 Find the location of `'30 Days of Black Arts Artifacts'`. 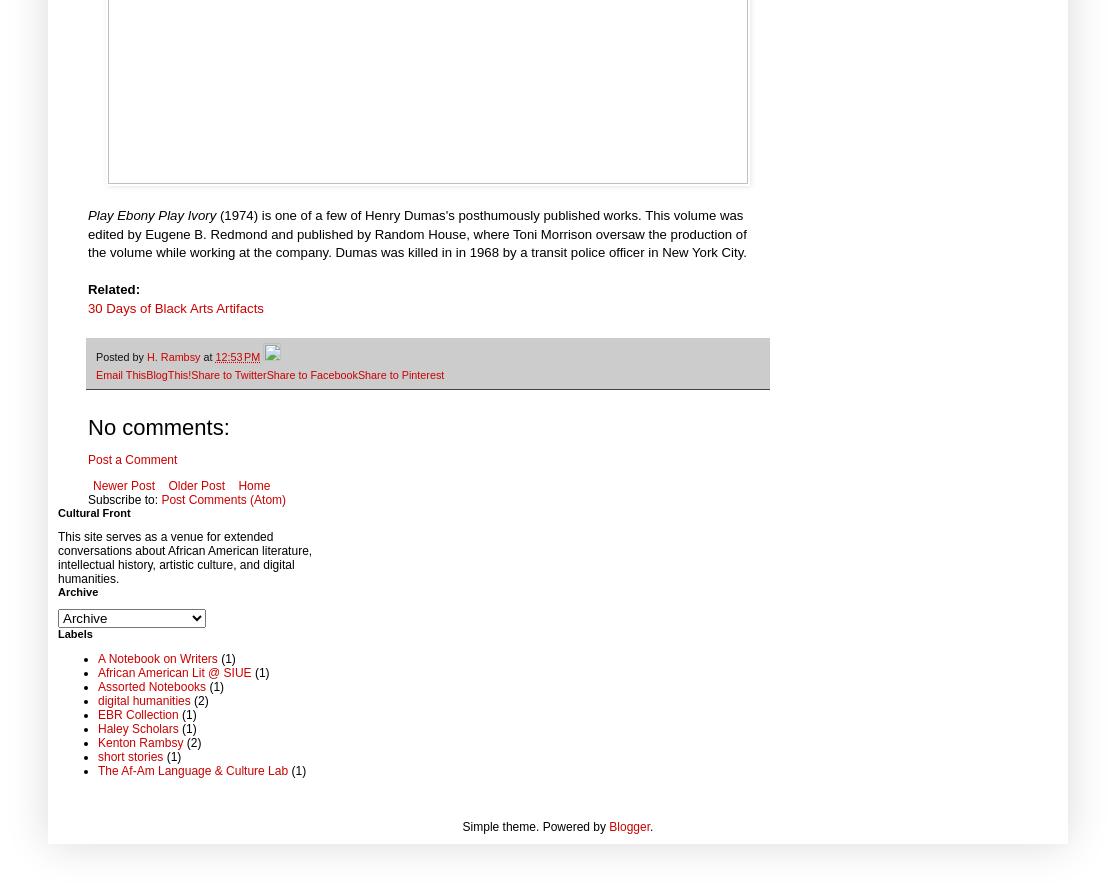

'30 Days of Black Arts Artifacts' is located at coordinates (86, 307).